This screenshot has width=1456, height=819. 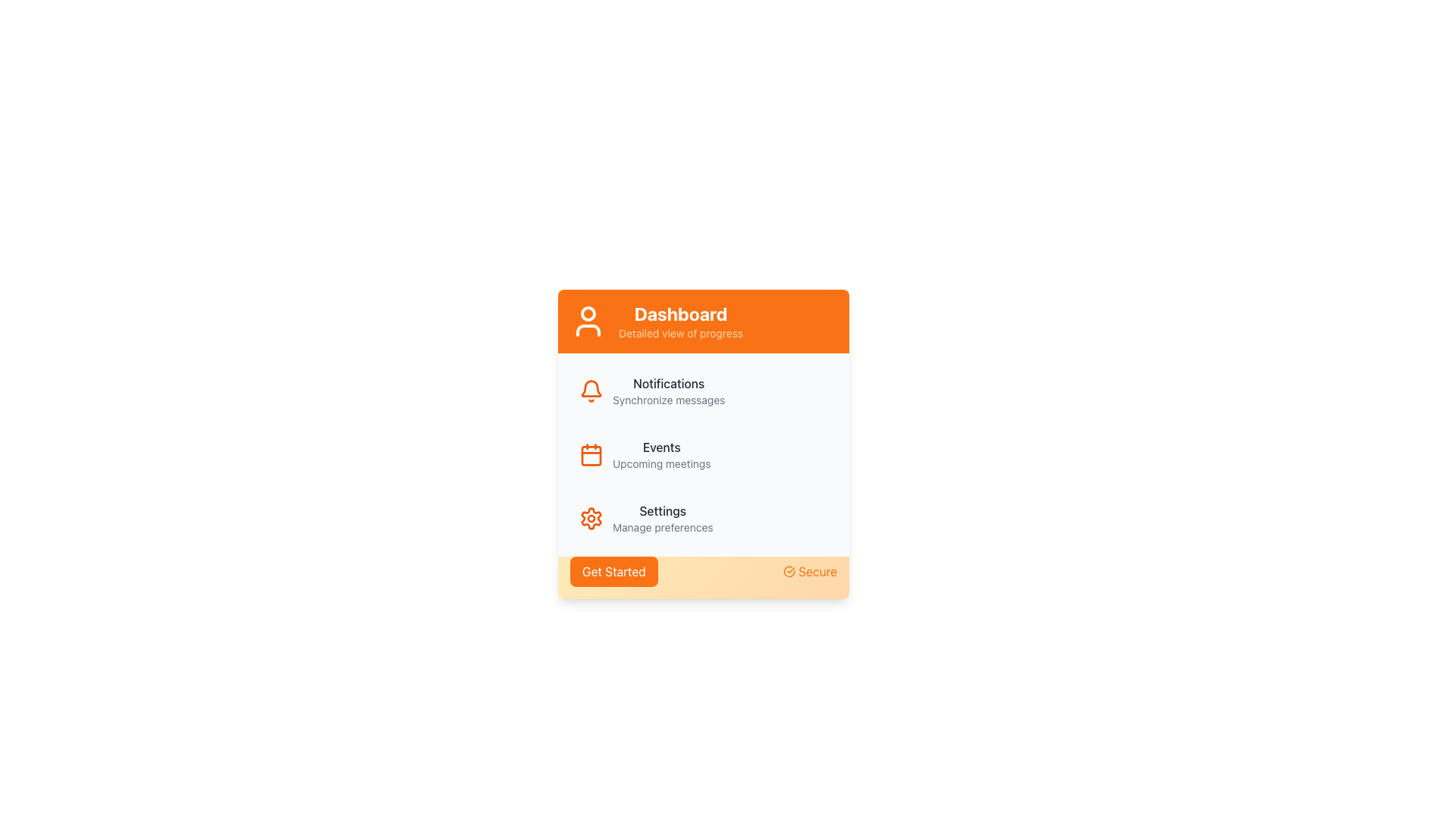 I want to click on the 'Dashboard' text label, which is prominently displayed in bold white font on an orange background at the top of the dashboard card, so click(x=679, y=312).